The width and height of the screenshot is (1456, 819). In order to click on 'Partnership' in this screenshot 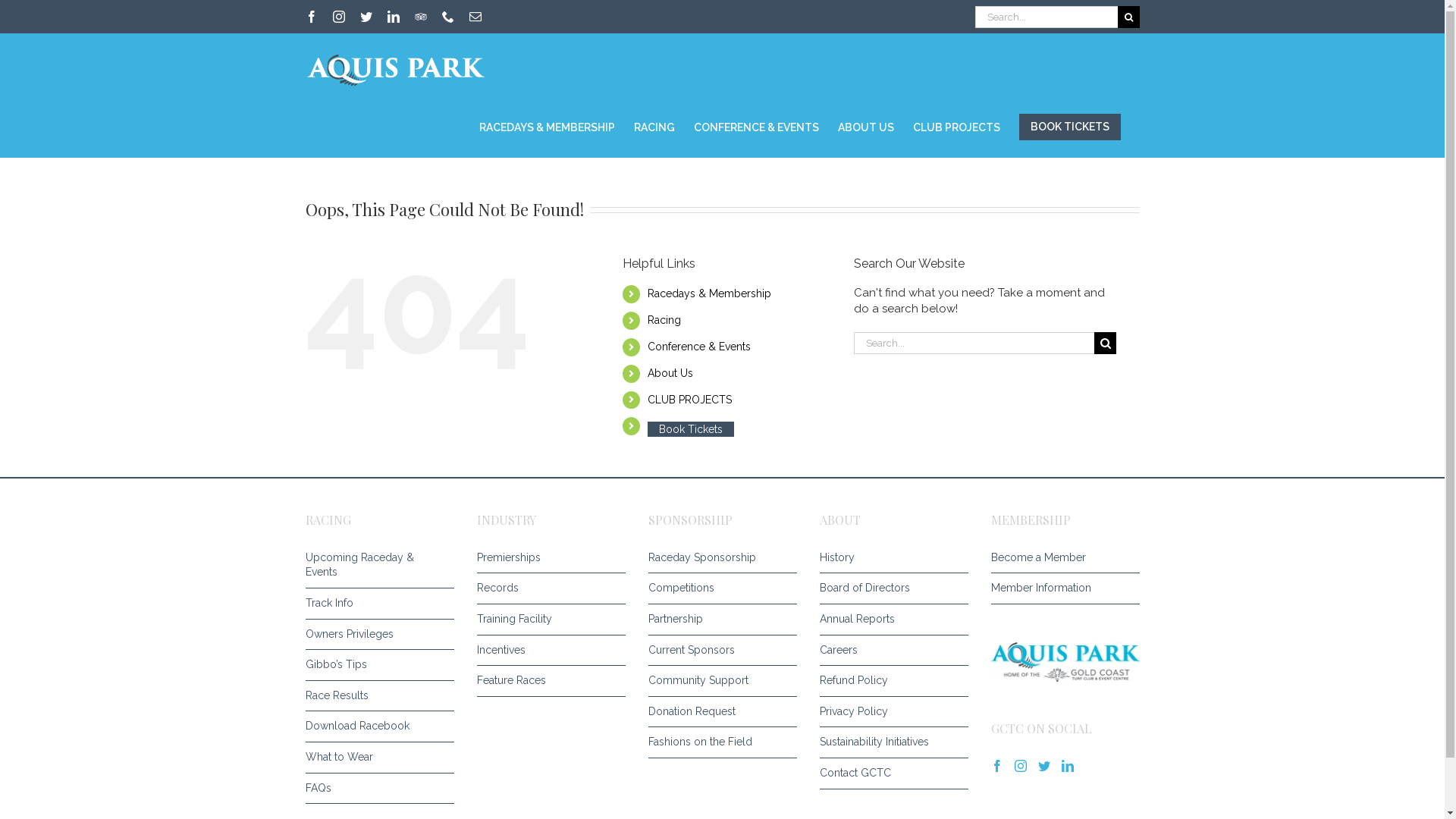, I will do `click(648, 620)`.